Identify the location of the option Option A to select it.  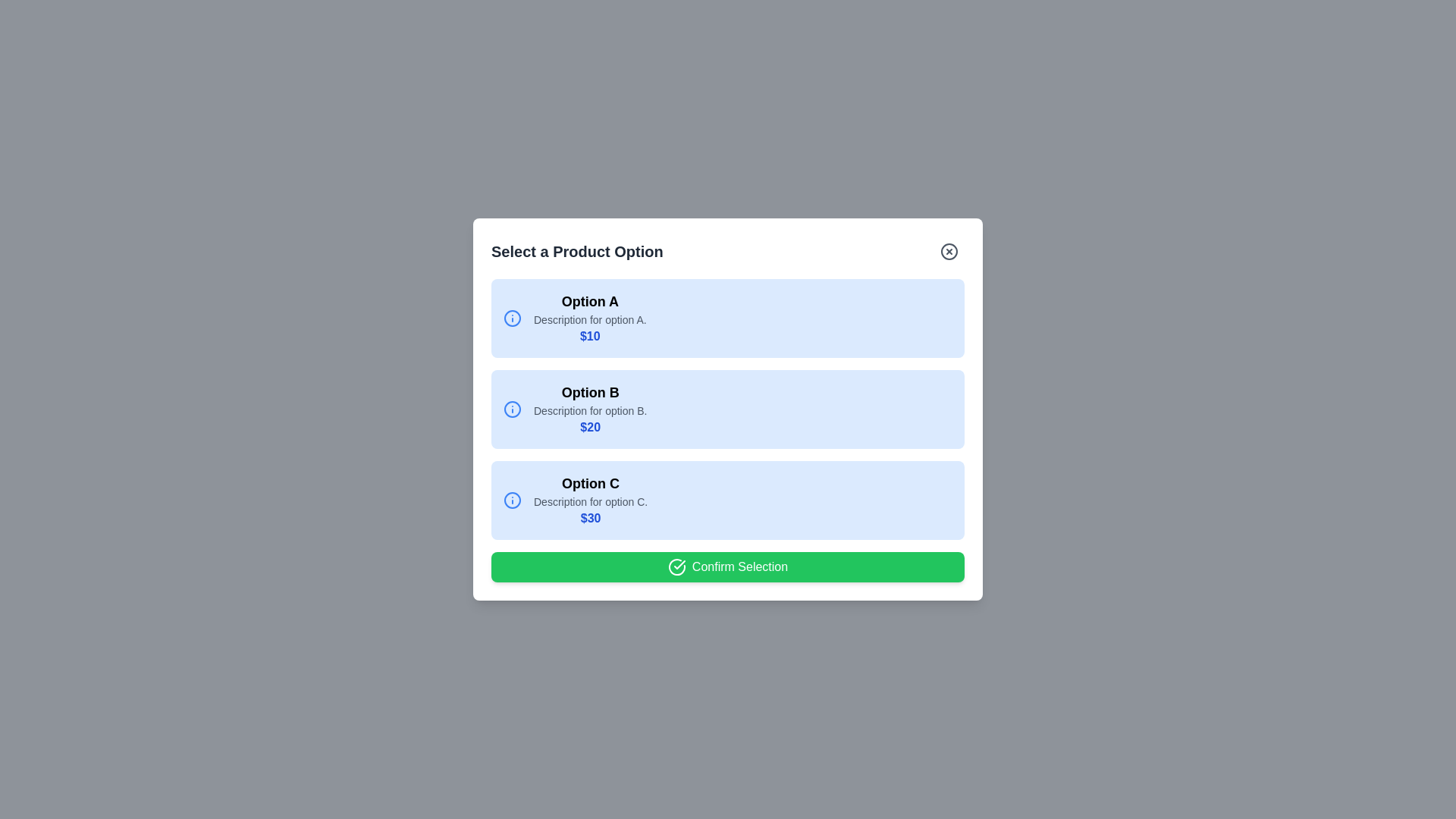
(728, 318).